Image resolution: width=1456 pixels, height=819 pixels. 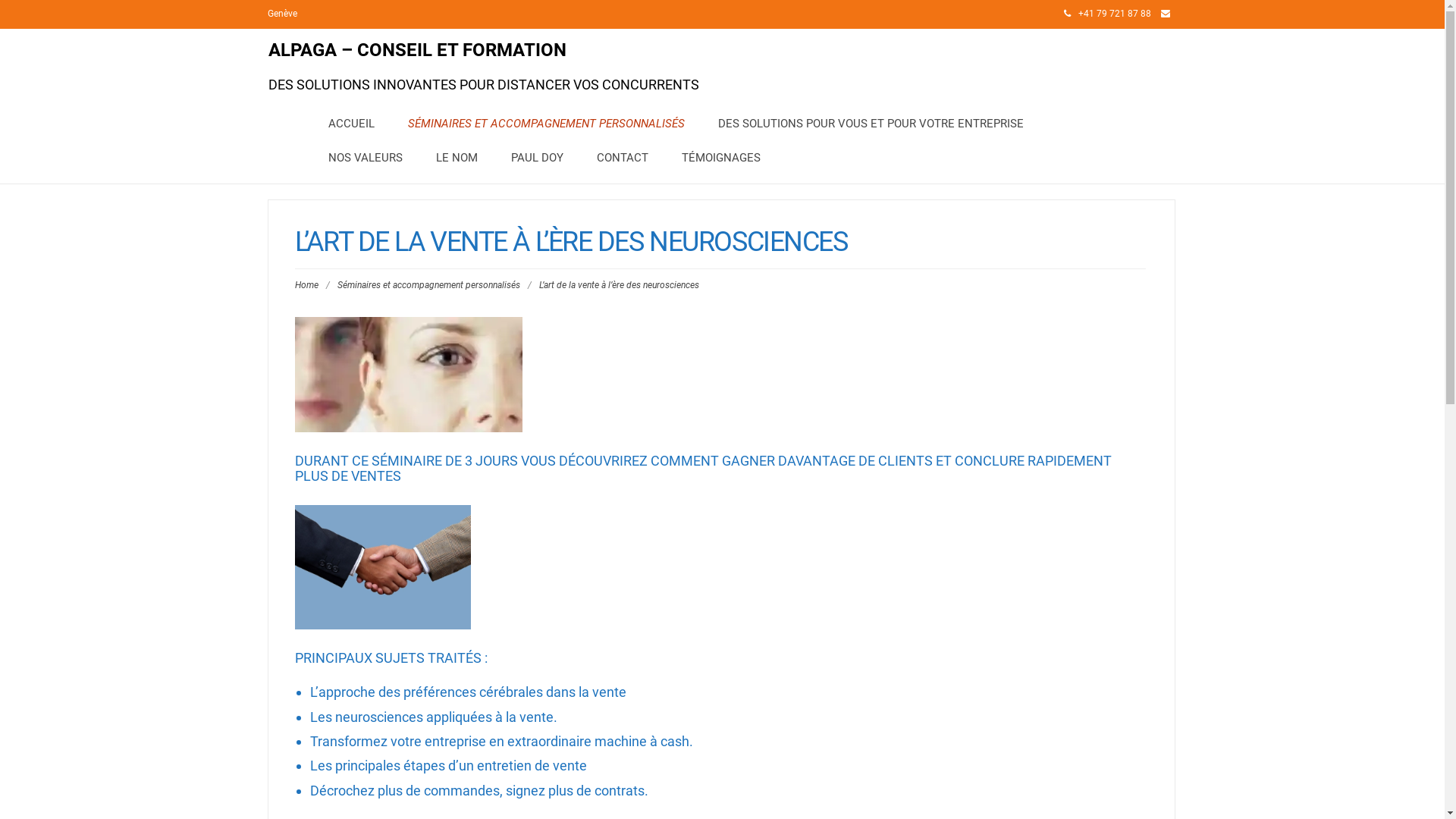 I want to click on 'Home', so click(x=294, y=284).